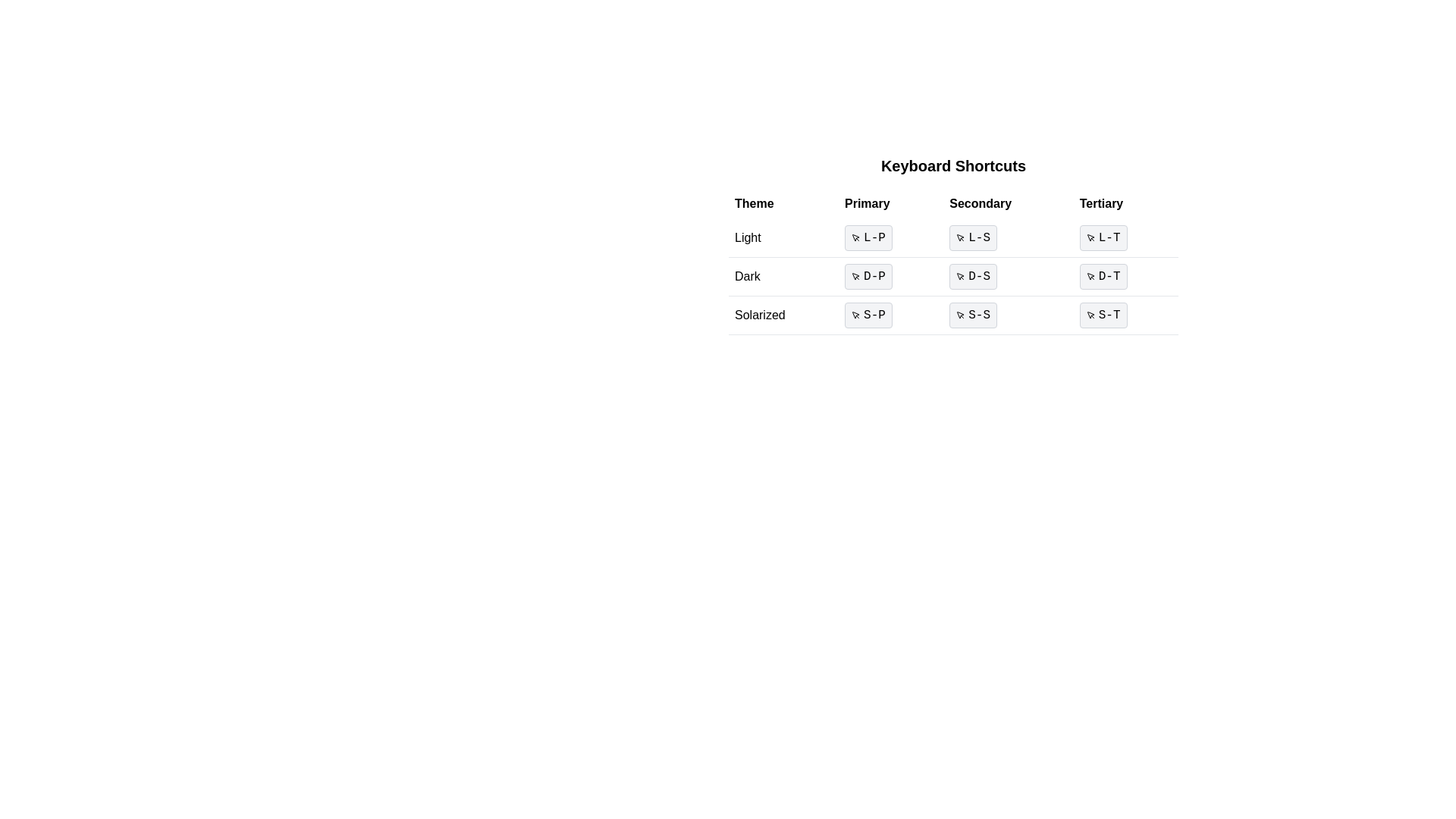 This screenshot has height=819, width=1456. What do you see at coordinates (868, 315) in the screenshot?
I see `the Label with an icon indicating the keyboard shortcut 'S-P' for the Solarized Primary function, located in the middle row of a three-row table, specifically in the third column labeled 'Solarized' under the 'Primary' section` at bounding box center [868, 315].